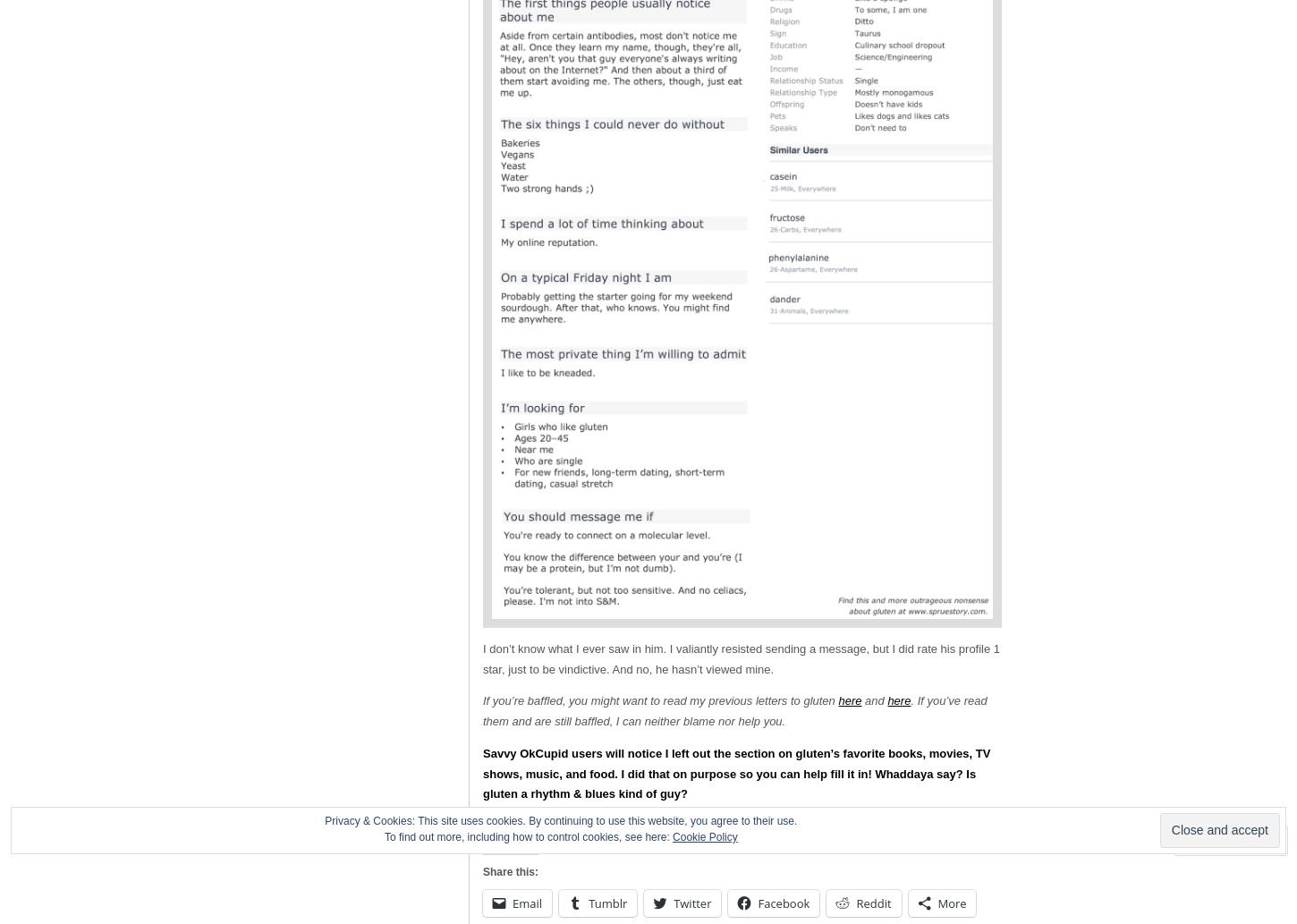  I want to click on 'Cookie Policy', so click(704, 836).